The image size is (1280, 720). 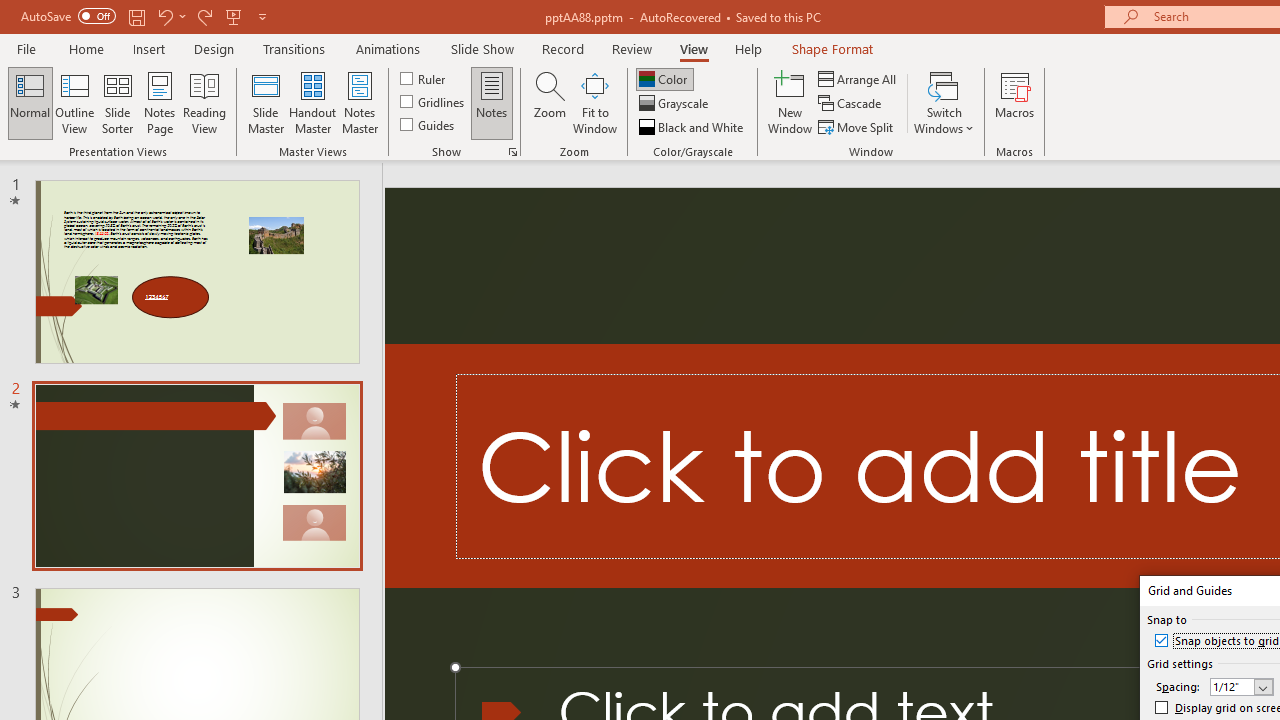 What do you see at coordinates (858, 78) in the screenshot?
I see `'Arrange All'` at bounding box center [858, 78].